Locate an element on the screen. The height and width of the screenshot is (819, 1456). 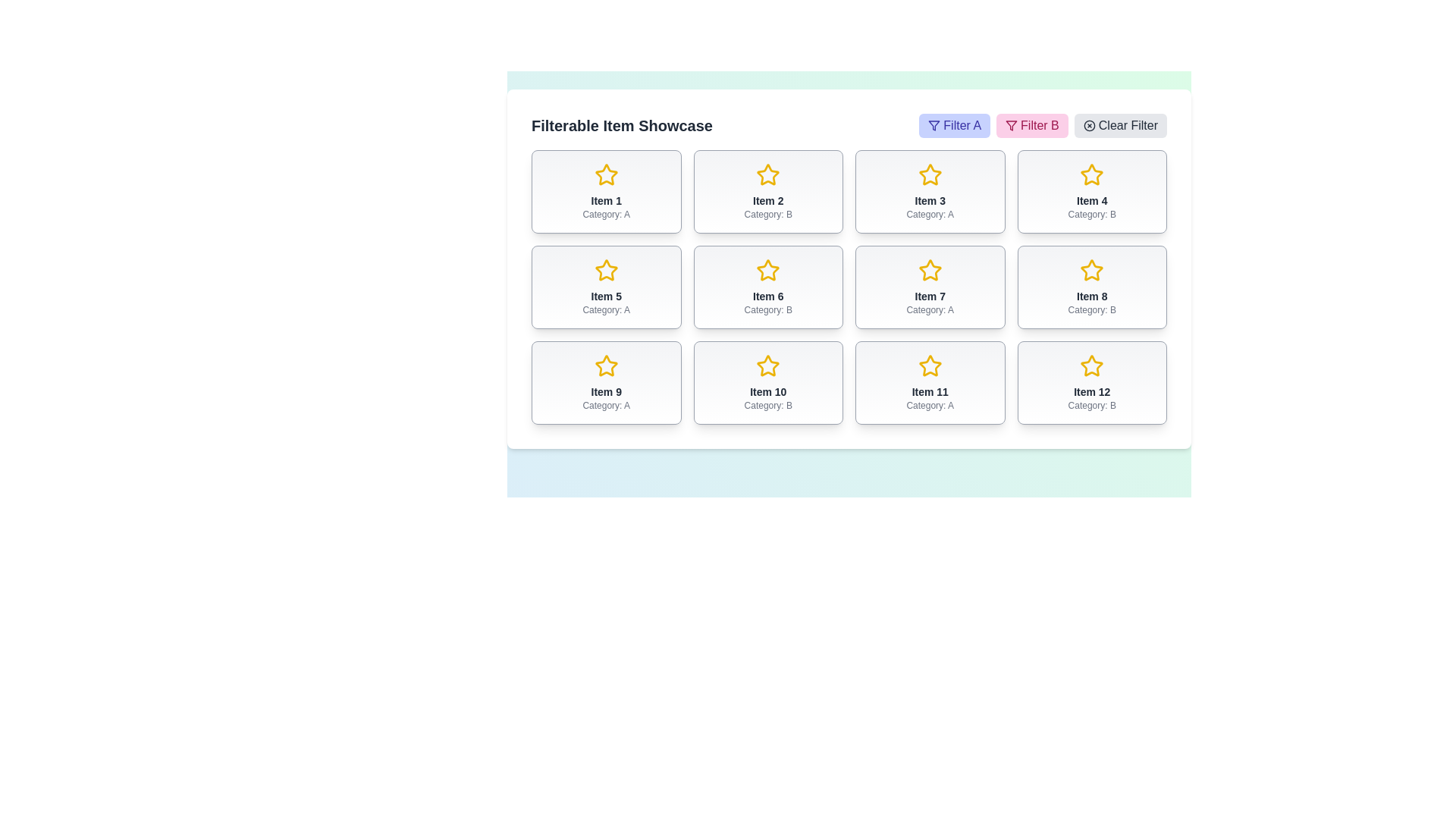
the static text label that identifies 'Item 8', located beneath the star icon and above 'Category: B' is located at coordinates (1092, 296).